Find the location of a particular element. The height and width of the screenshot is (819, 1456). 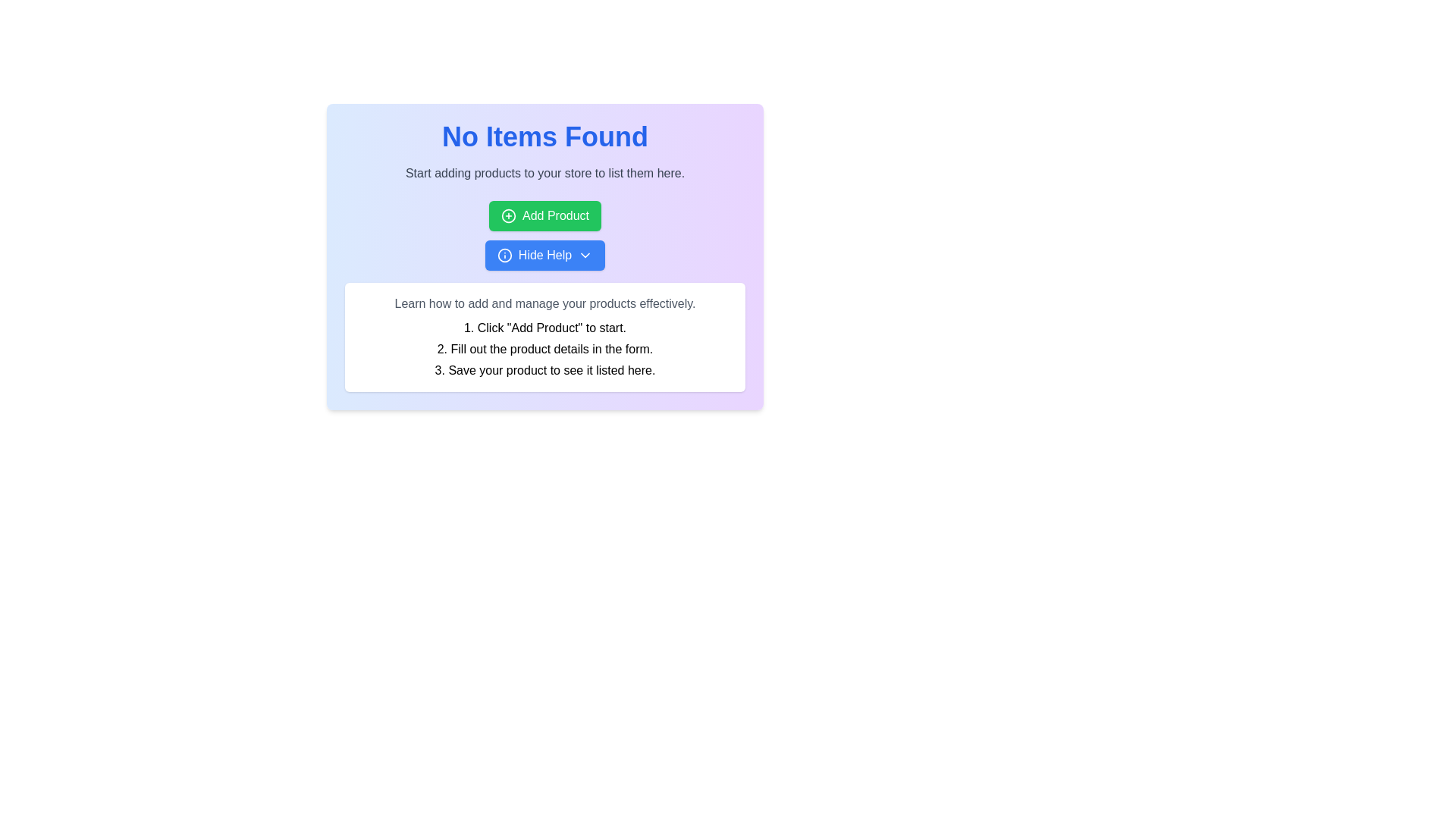

the 'Add Product' button located in the dual-action widget beneath the 'No Items Found' title is located at coordinates (545, 236).